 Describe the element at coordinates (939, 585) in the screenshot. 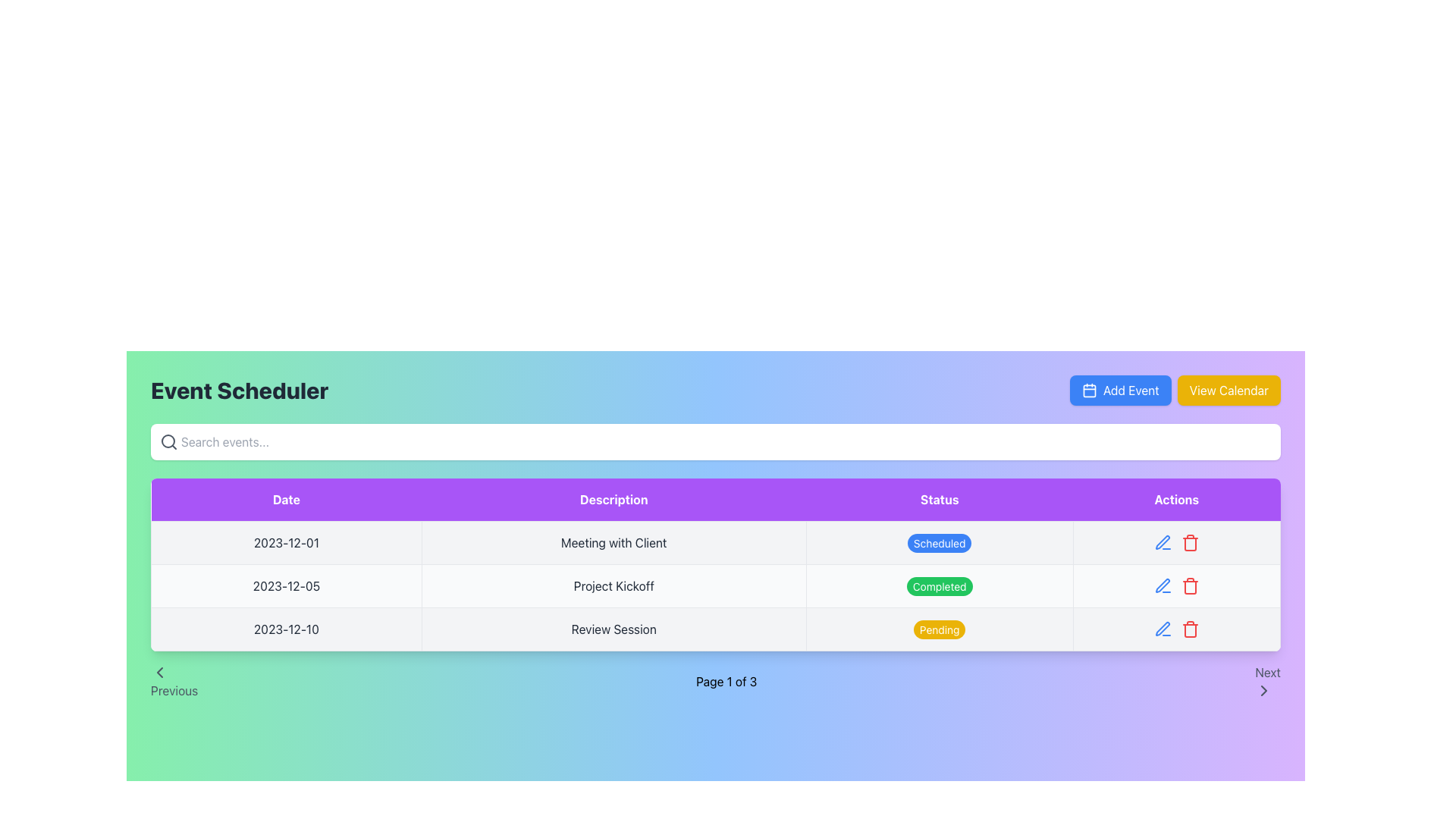

I see `the green label with the text 'Completed' in the 'Status' column of the table for the item 'Project Kickoff'` at that location.